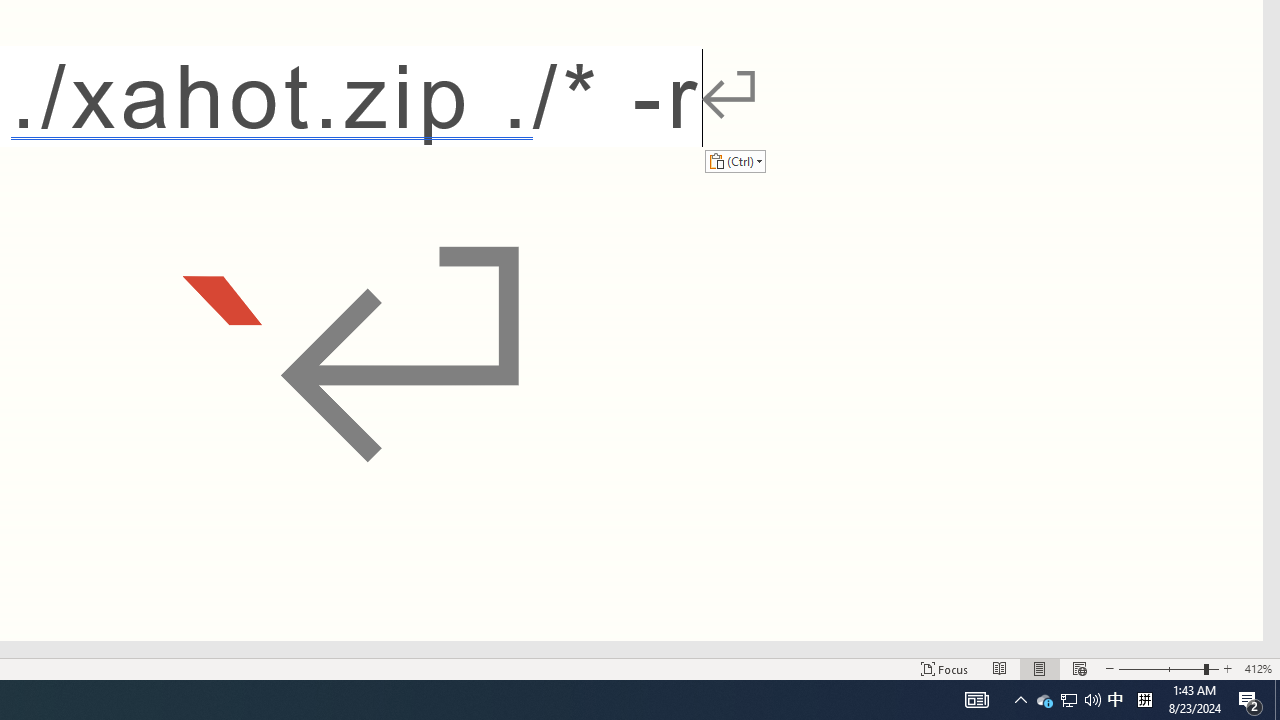 The width and height of the screenshot is (1280, 720). What do you see at coordinates (1257, 669) in the screenshot?
I see `'Zoom 412%'` at bounding box center [1257, 669].